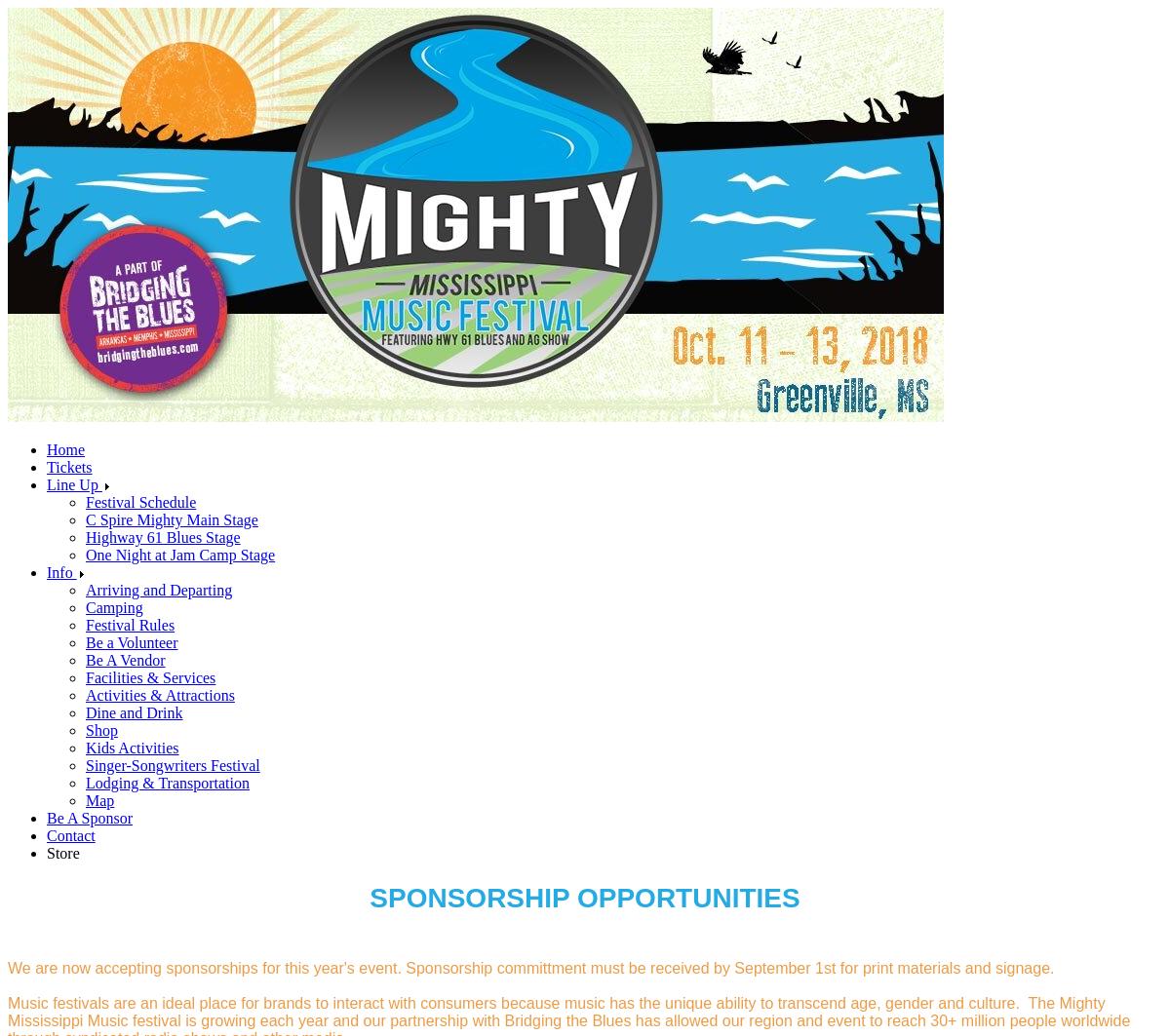 This screenshot has width=1170, height=1036. What do you see at coordinates (529, 967) in the screenshot?
I see `'We are now accepting sponsorships for this year's event. Sponsorship committment must be received by September 1st for print materials and signage.'` at bounding box center [529, 967].